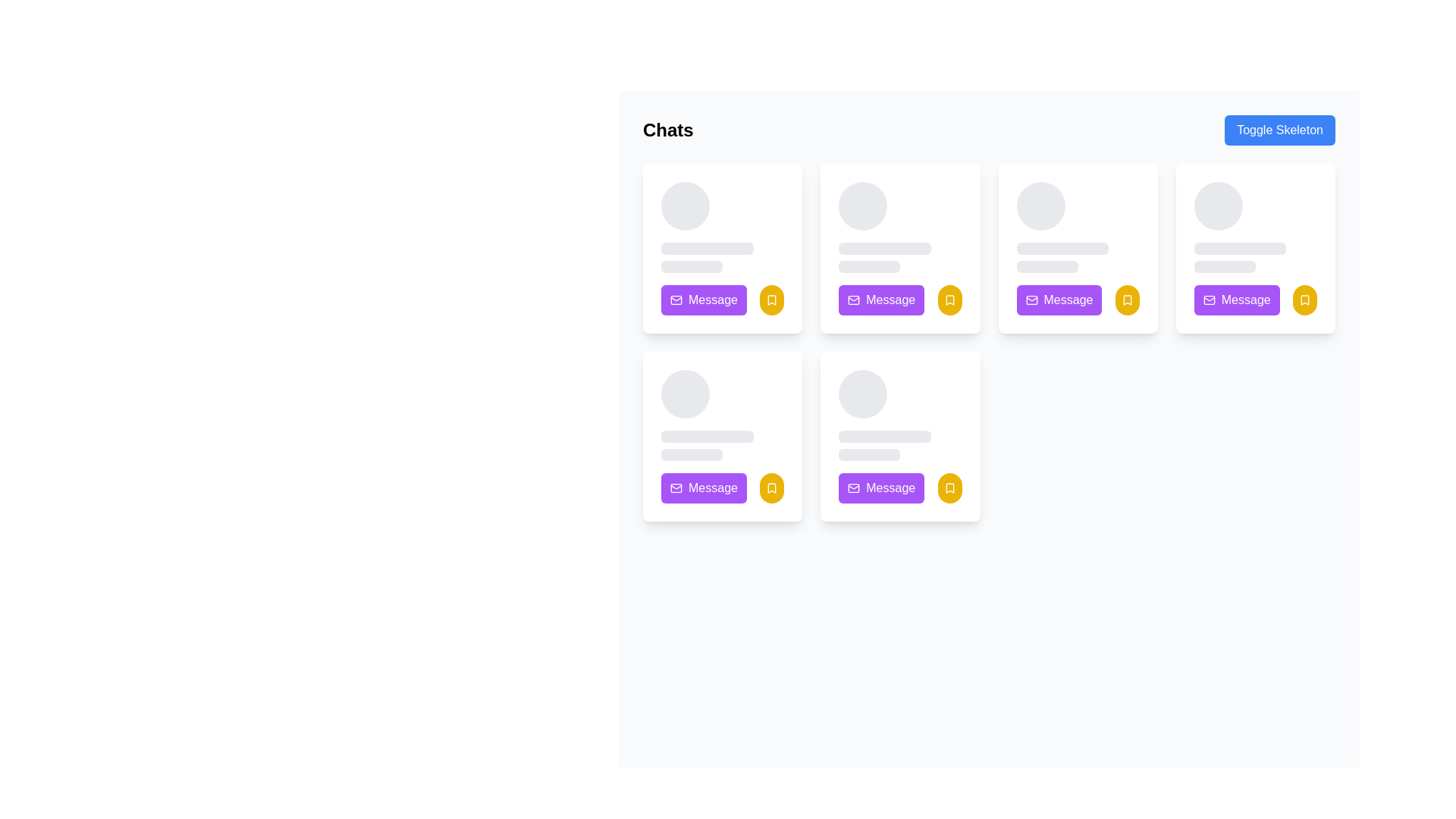 The image size is (1456, 819). I want to click on the Circular Placeholder element which serves as a profile picture or avatar placeholder located in the second column of the second row in the card layout, so click(684, 394).